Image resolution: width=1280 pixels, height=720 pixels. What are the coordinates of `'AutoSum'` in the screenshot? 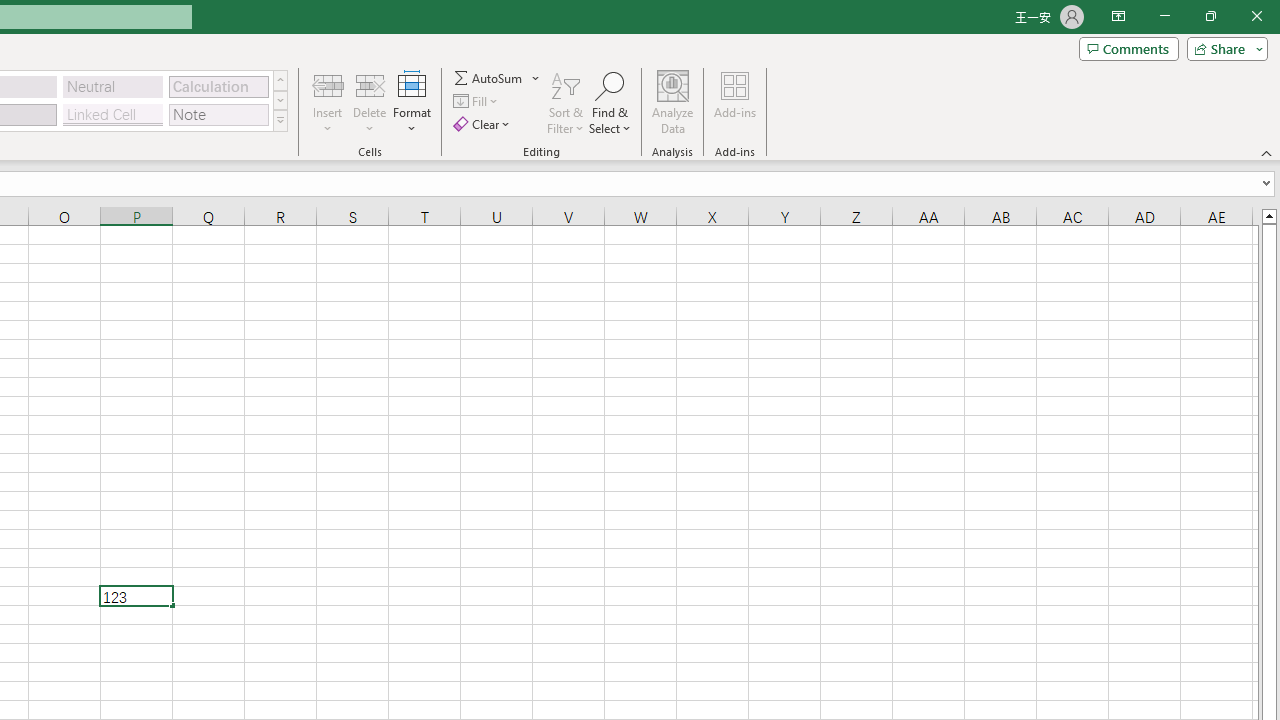 It's located at (497, 77).